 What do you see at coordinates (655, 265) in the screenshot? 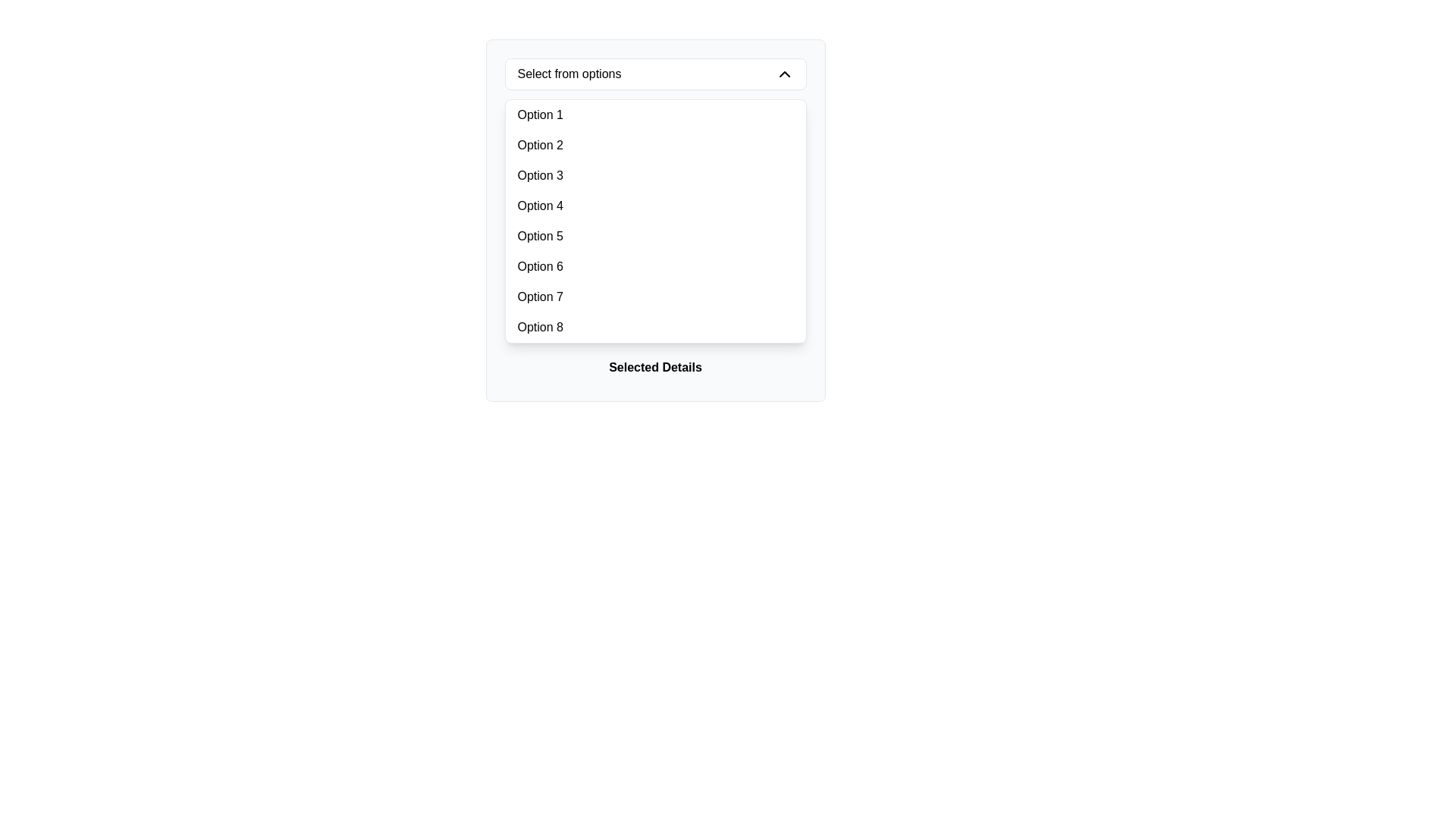
I see `the sixth selectable option in the dropdown menu` at bounding box center [655, 265].